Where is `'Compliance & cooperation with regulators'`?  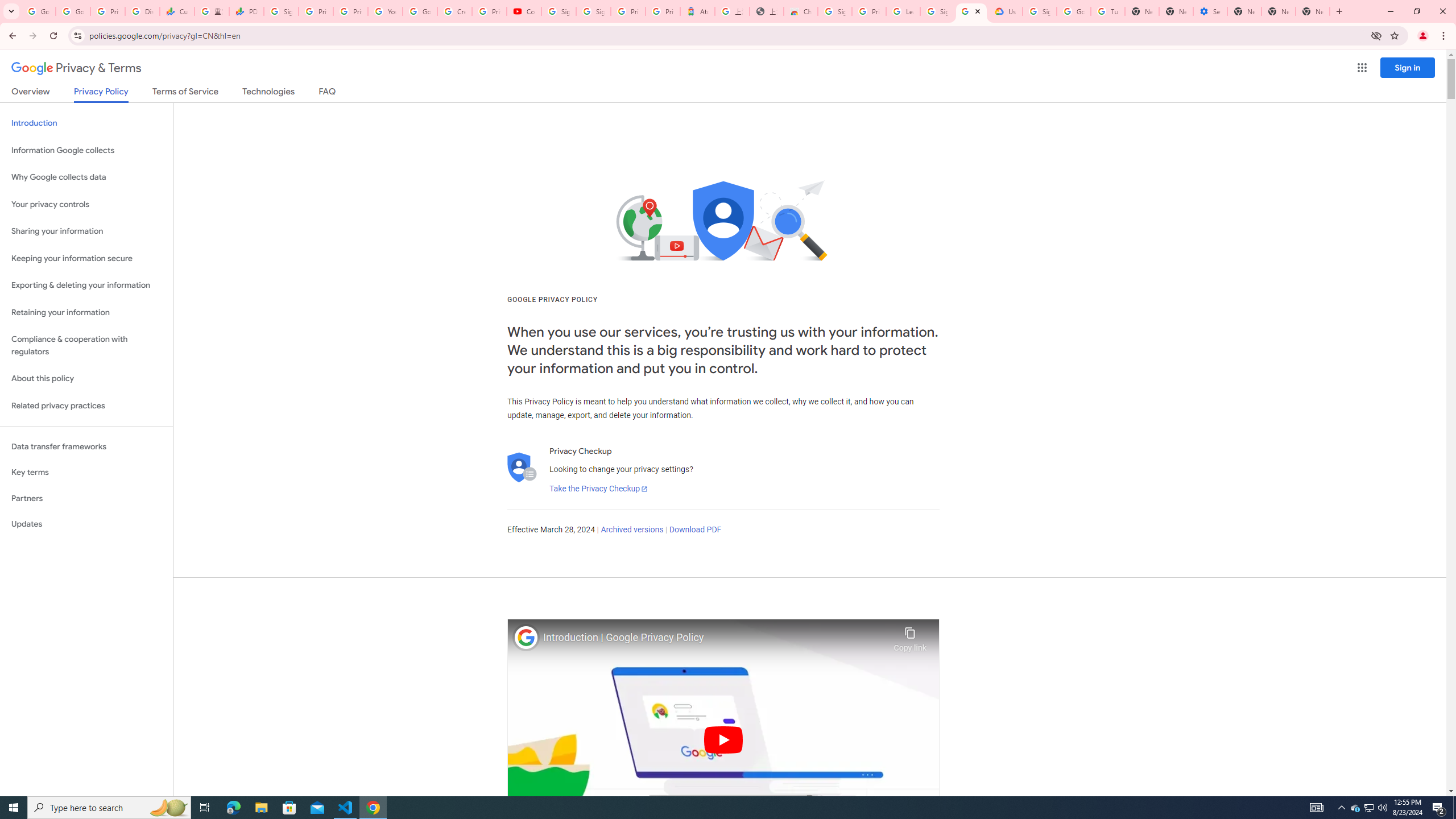 'Compliance & cooperation with regulators' is located at coordinates (86, 346).